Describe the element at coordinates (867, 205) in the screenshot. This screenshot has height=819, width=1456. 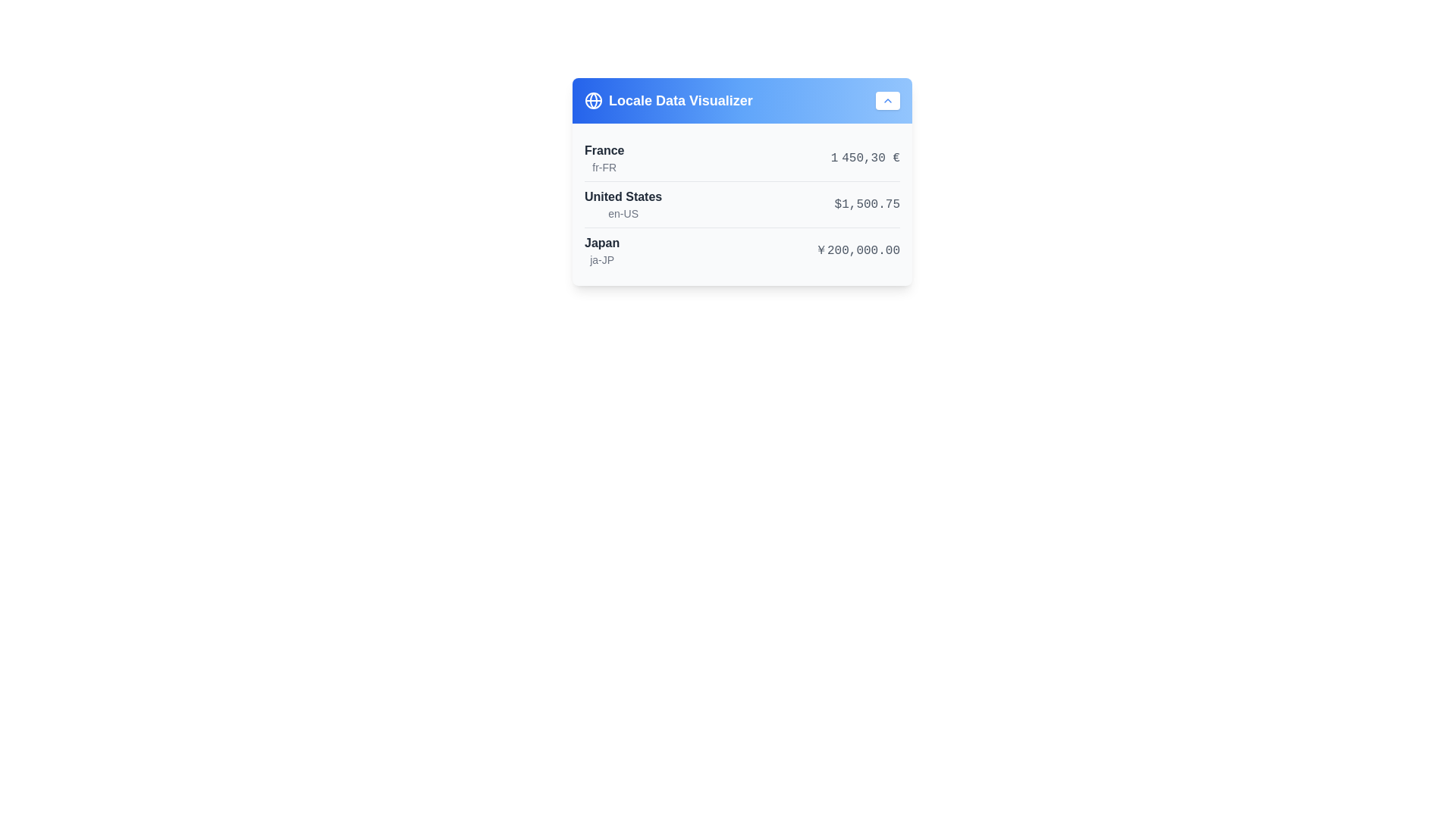
I see `the static text label displaying the currency amount for 'United States', positioned to the right of 'en-US'` at that location.